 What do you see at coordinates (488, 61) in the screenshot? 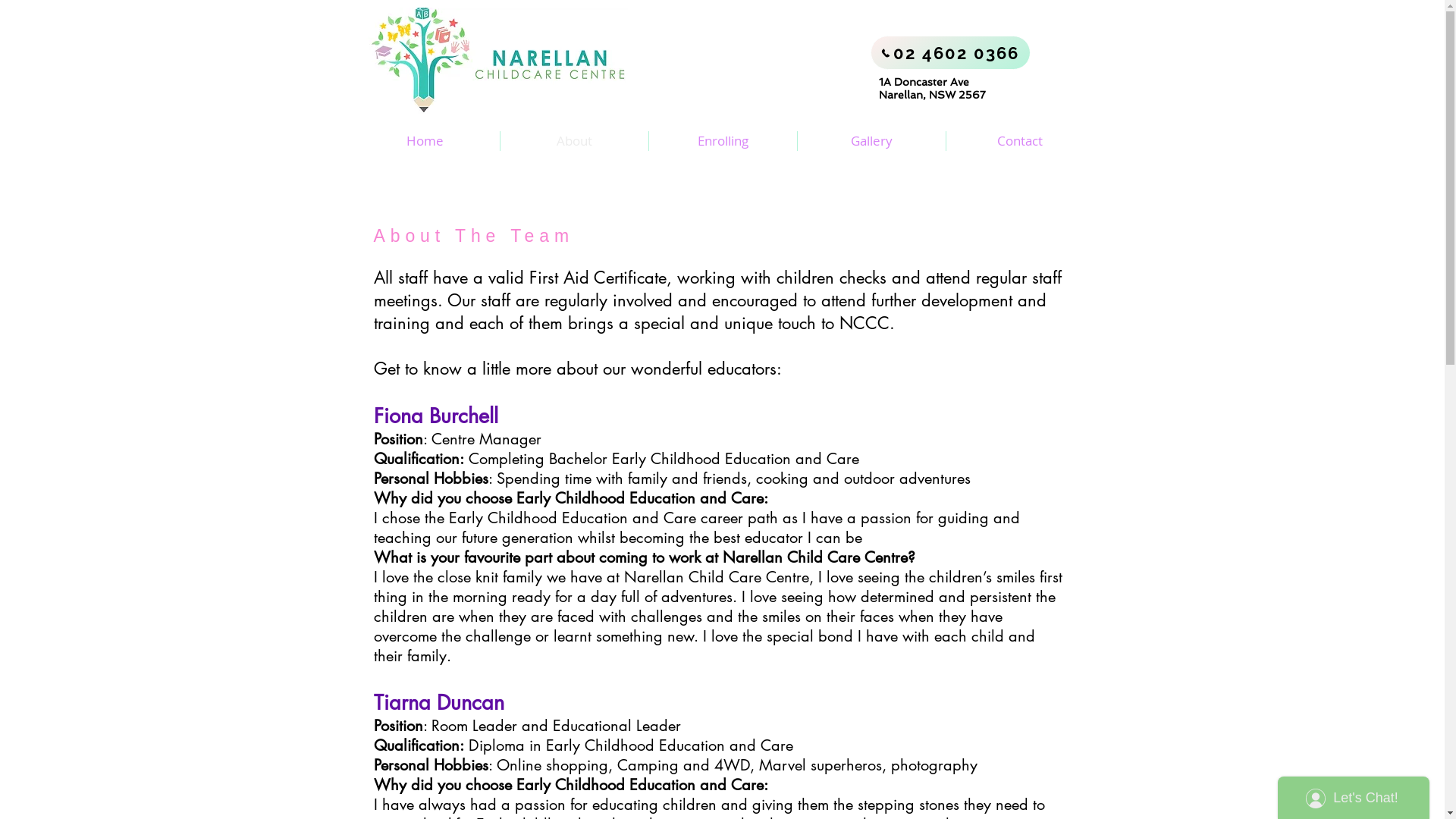
I see `'Narellan Logo (Side).jpg'` at bounding box center [488, 61].